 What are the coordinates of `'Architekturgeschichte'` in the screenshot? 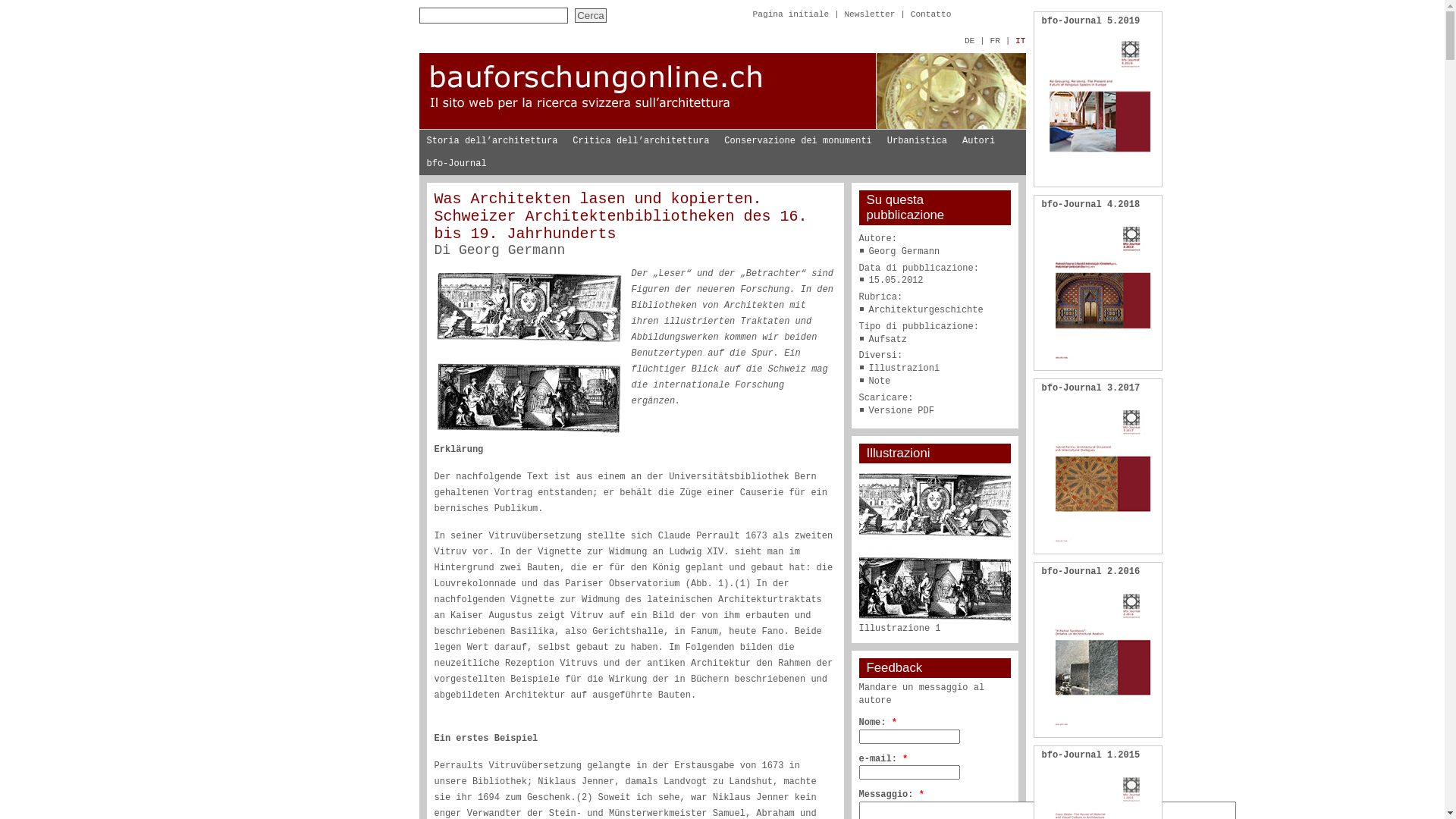 It's located at (925, 309).